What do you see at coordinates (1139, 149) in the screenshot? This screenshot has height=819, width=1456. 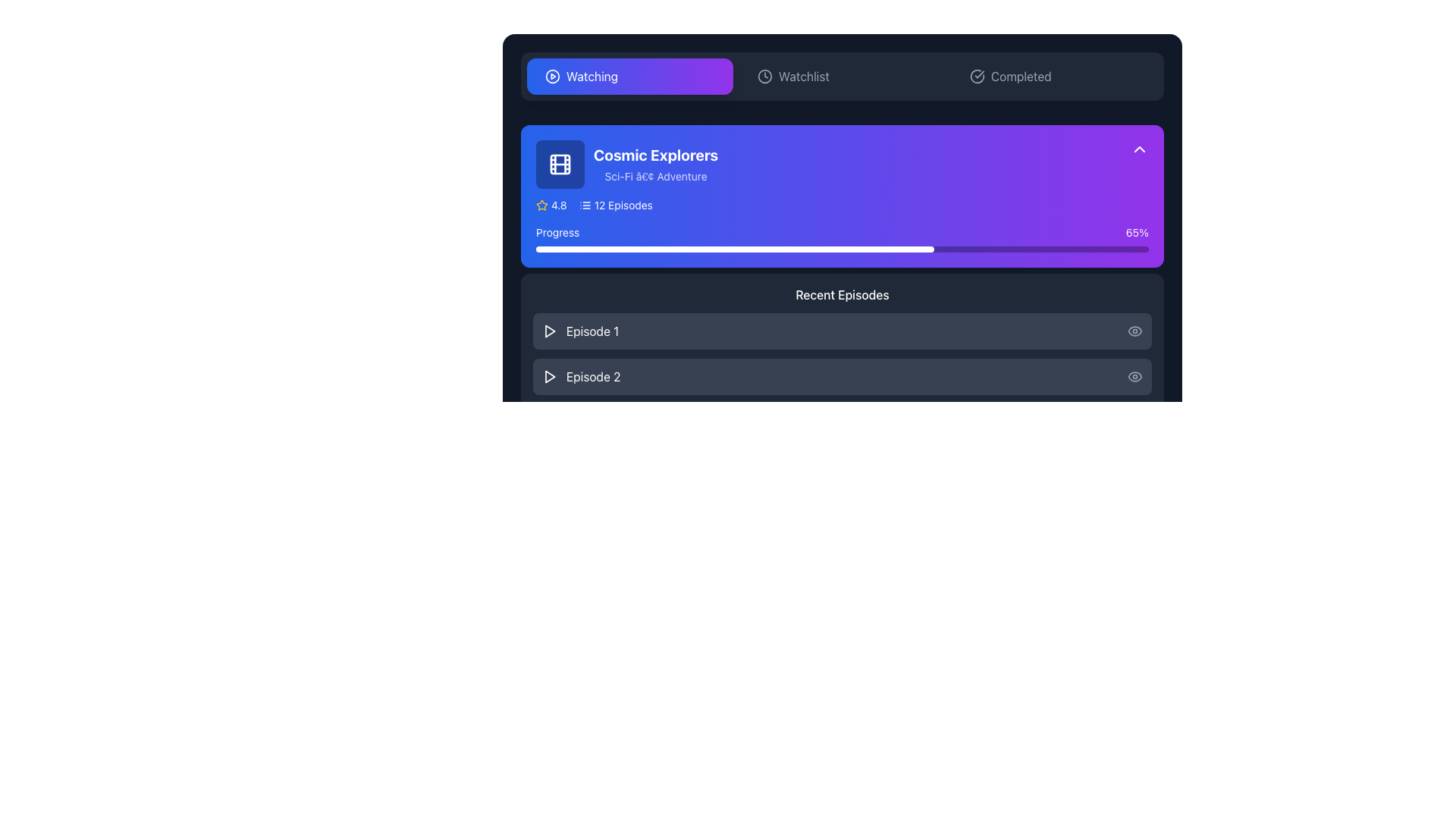 I see `the chevron button icon pointing upwards, styled in white, located in the upper right corner of the purple panel under the title 'Cosmic Explorers'` at bounding box center [1139, 149].